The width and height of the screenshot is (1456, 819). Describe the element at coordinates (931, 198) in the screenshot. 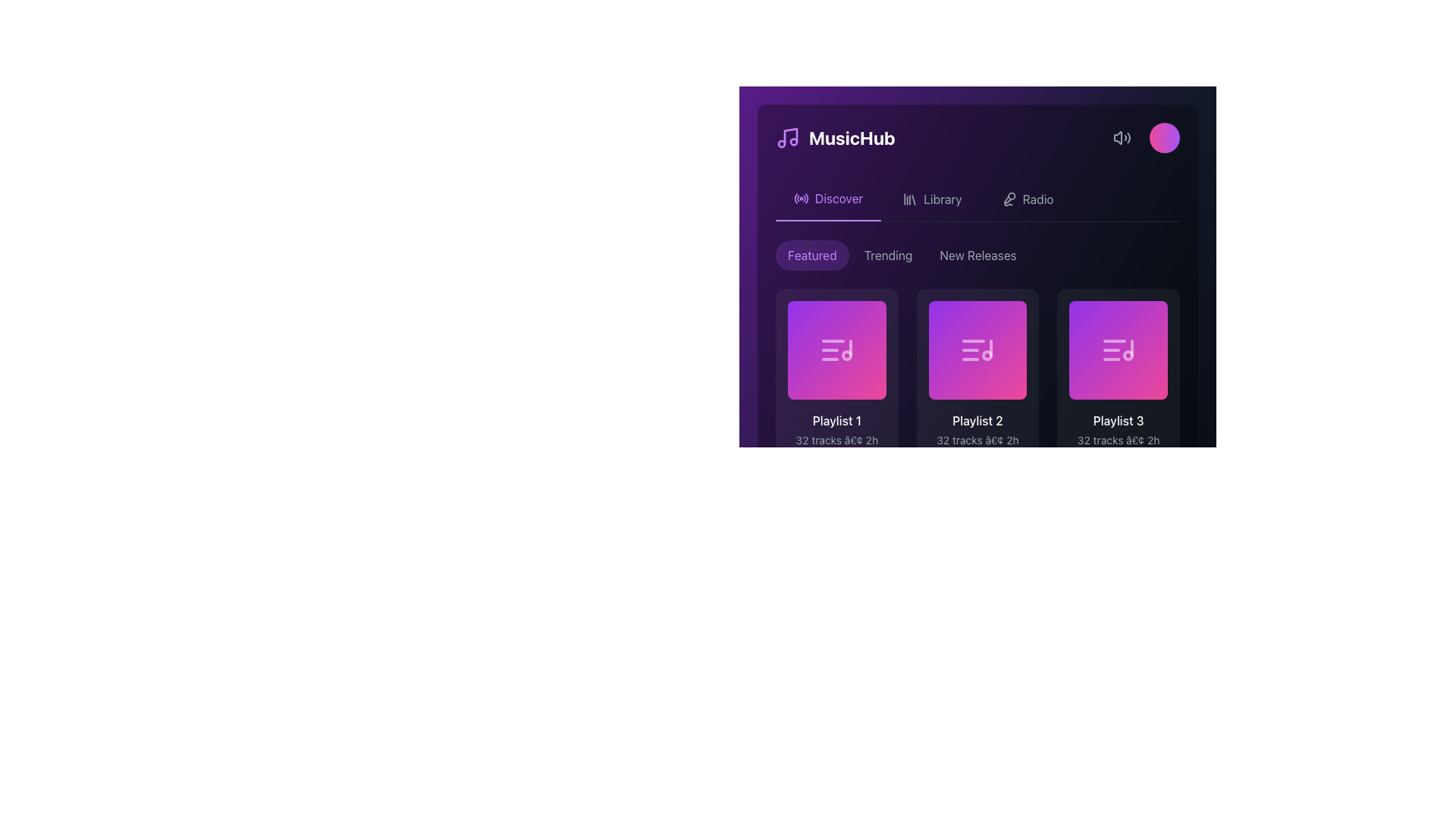

I see `the 'Library' navigation tab, which is the second menu option in the top horizontal navigation menu, adjacent to the 'Discover' and 'Radio' tabs` at that location.